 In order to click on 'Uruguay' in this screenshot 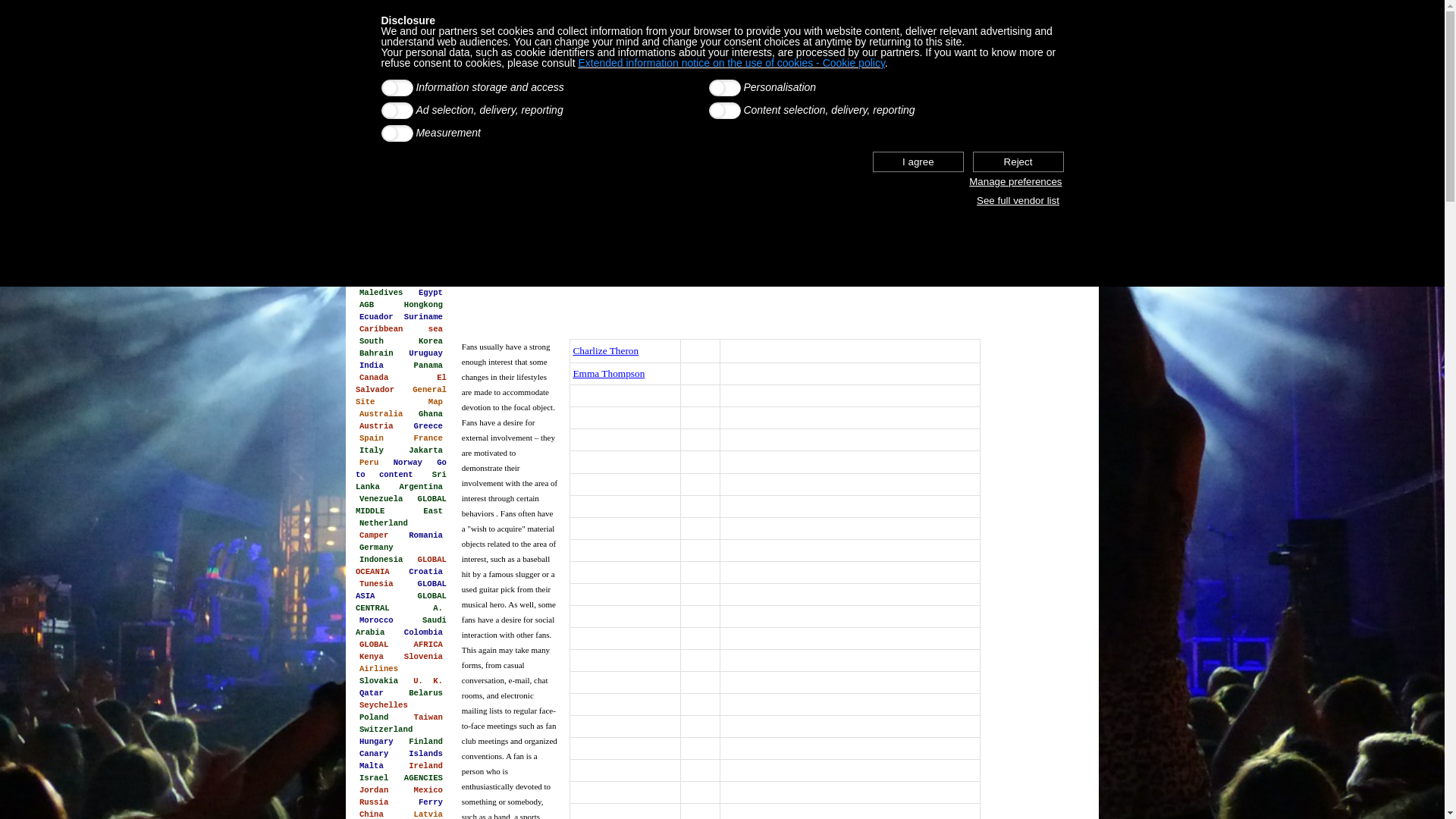, I will do `click(425, 353)`.